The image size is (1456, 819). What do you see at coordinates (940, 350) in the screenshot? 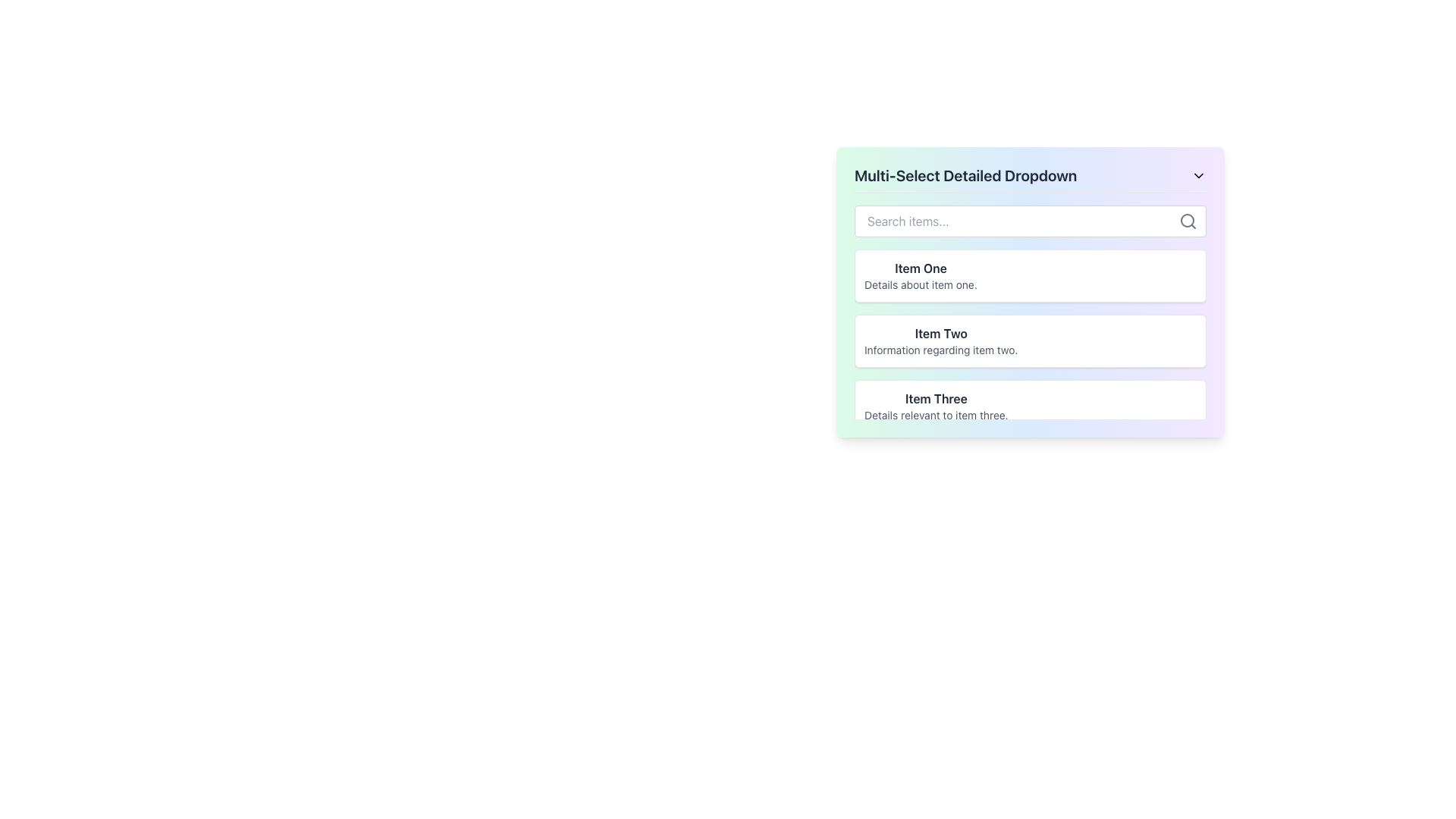
I see `the static text element that reads 'Information regarding item two,' which is styled in a small font size and gray color, located below the bolded title 'Item Two' in the dropdown interface` at bounding box center [940, 350].